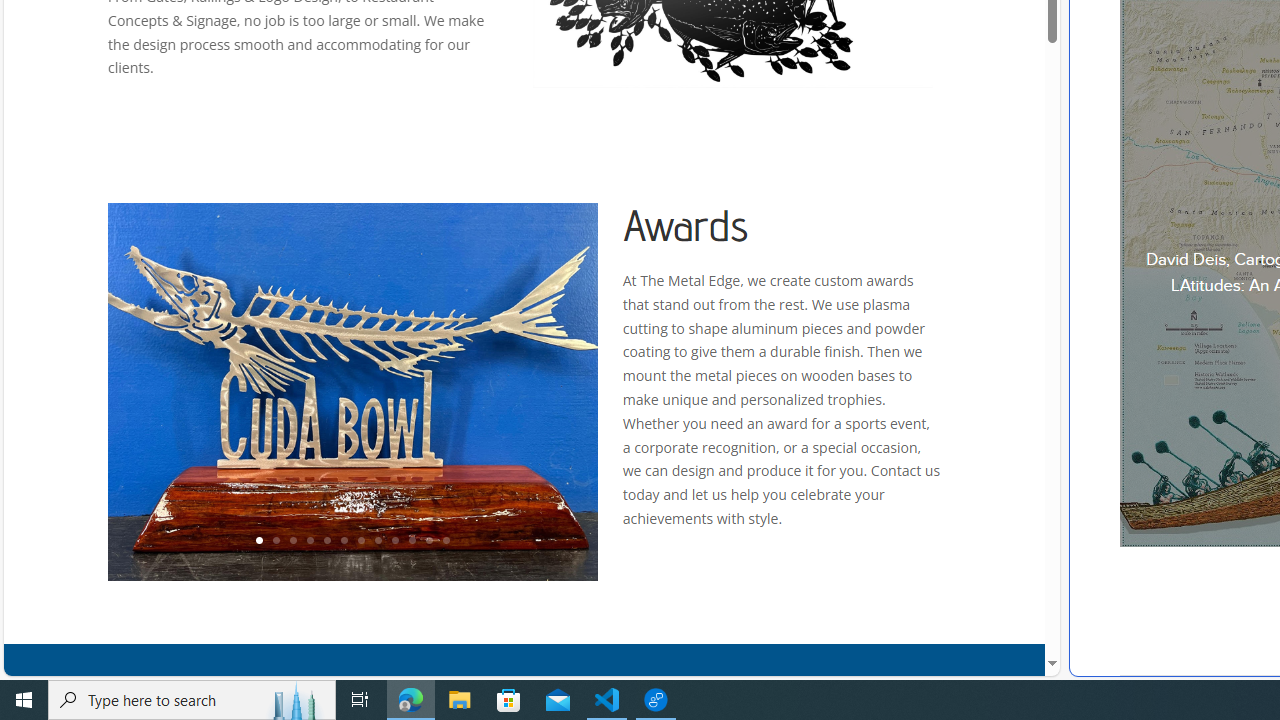  I want to click on '9', so click(394, 541).